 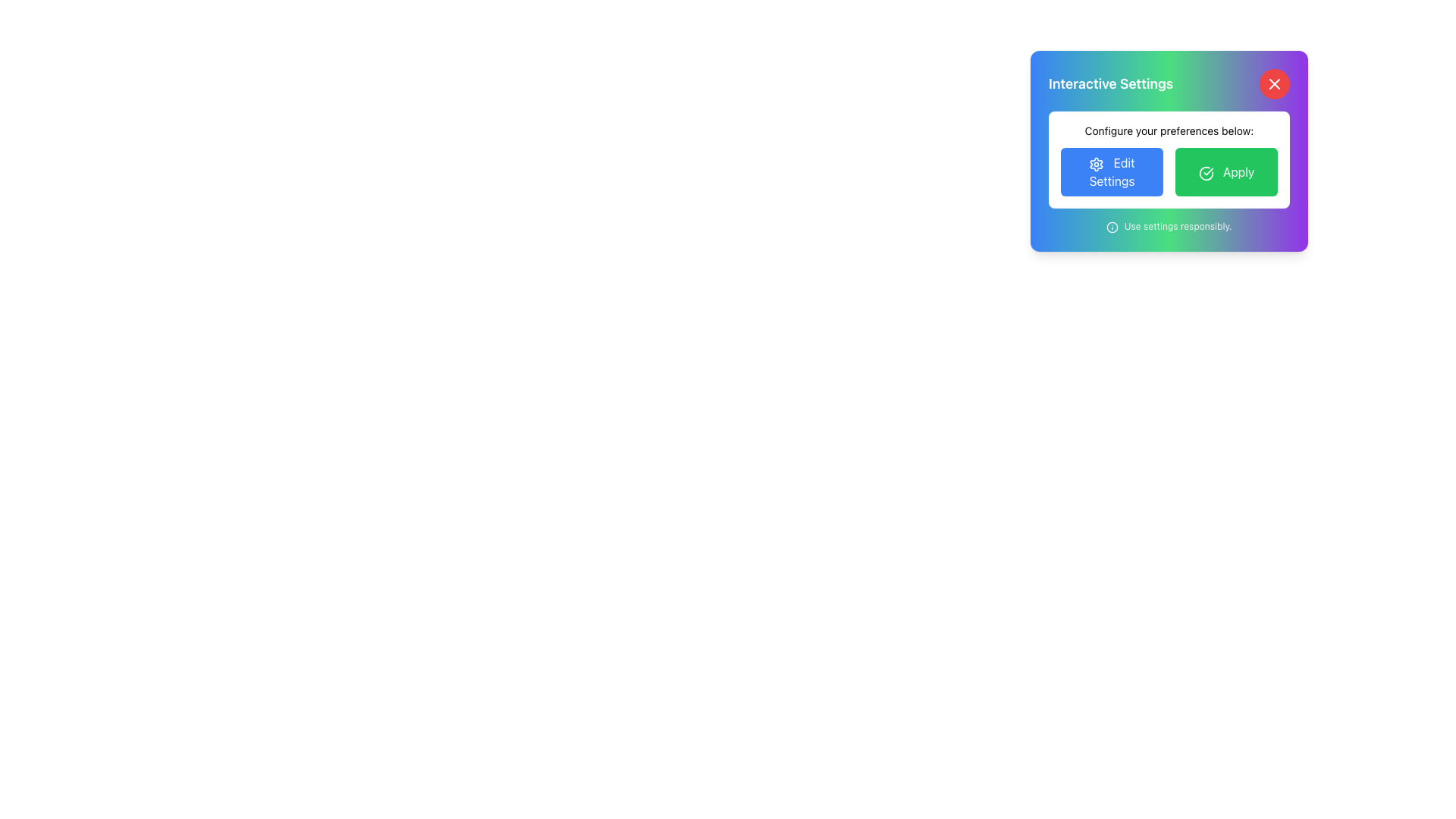 What do you see at coordinates (1112, 227) in the screenshot?
I see `the SVG Circle Component, which is a circular shape with no fill color and an outlined stroke, located in the bottom-left area of the interactive settings window` at bounding box center [1112, 227].